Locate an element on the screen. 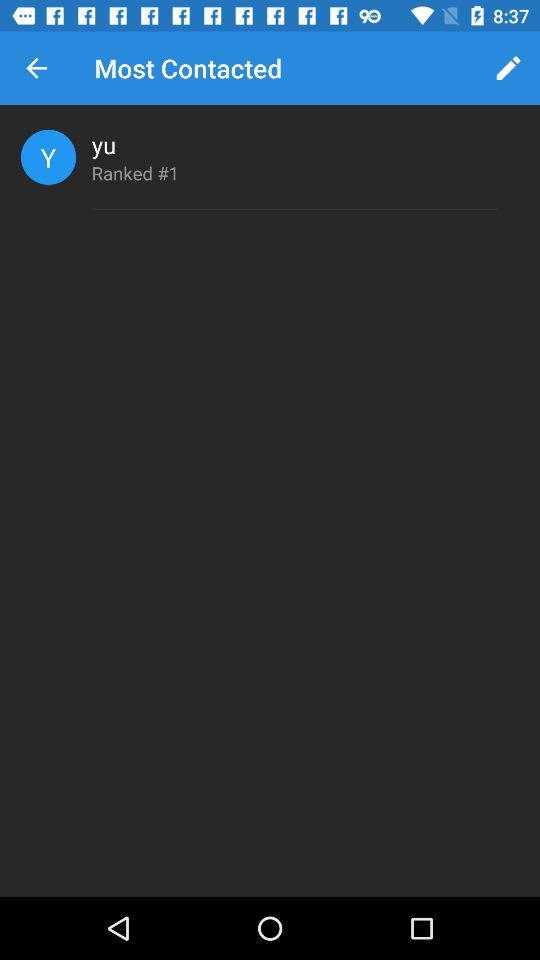 The width and height of the screenshot is (540, 960). item next to most contacted is located at coordinates (508, 68).